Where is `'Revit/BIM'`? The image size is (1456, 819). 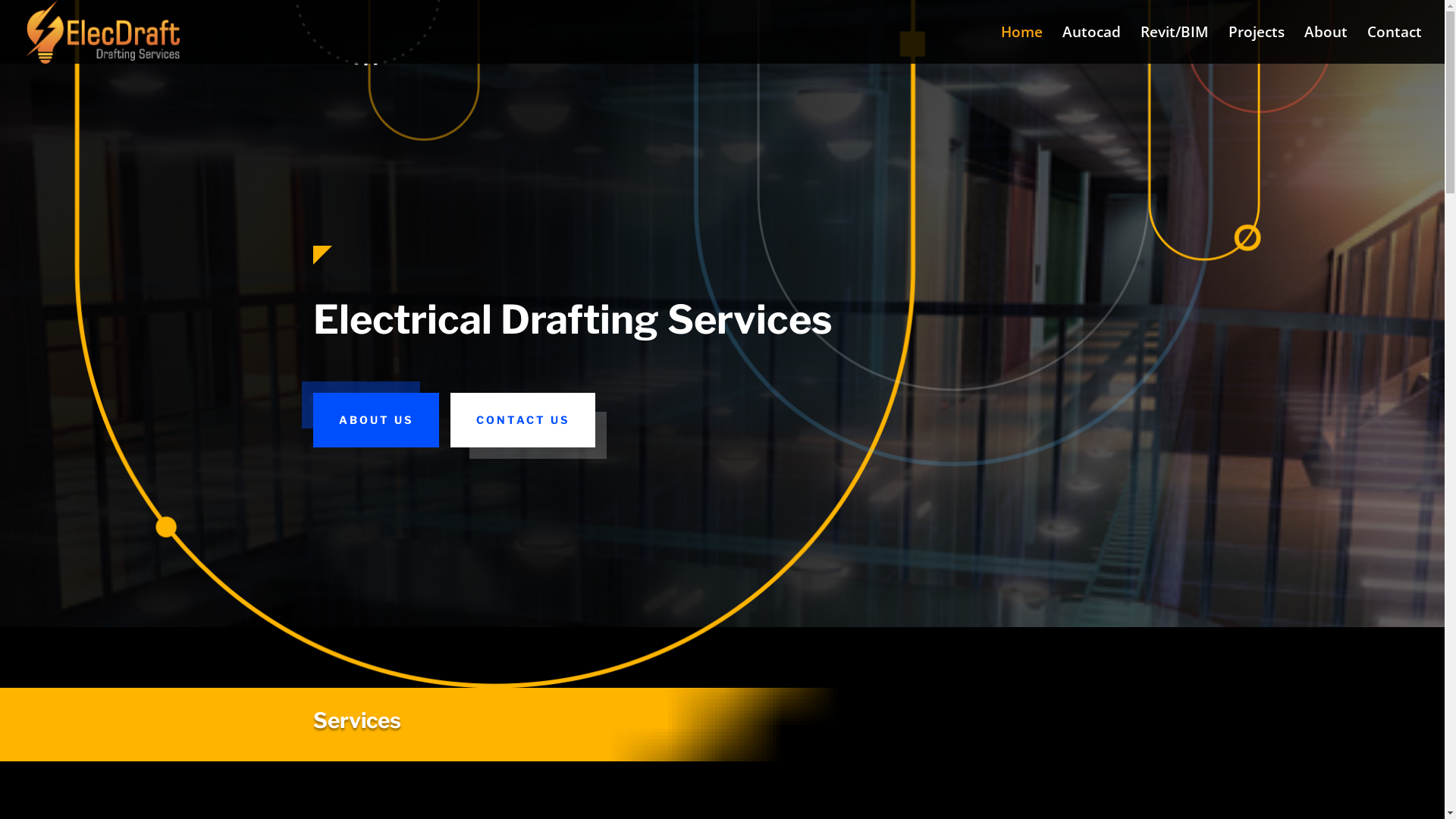 'Revit/BIM' is located at coordinates (1174, 44).